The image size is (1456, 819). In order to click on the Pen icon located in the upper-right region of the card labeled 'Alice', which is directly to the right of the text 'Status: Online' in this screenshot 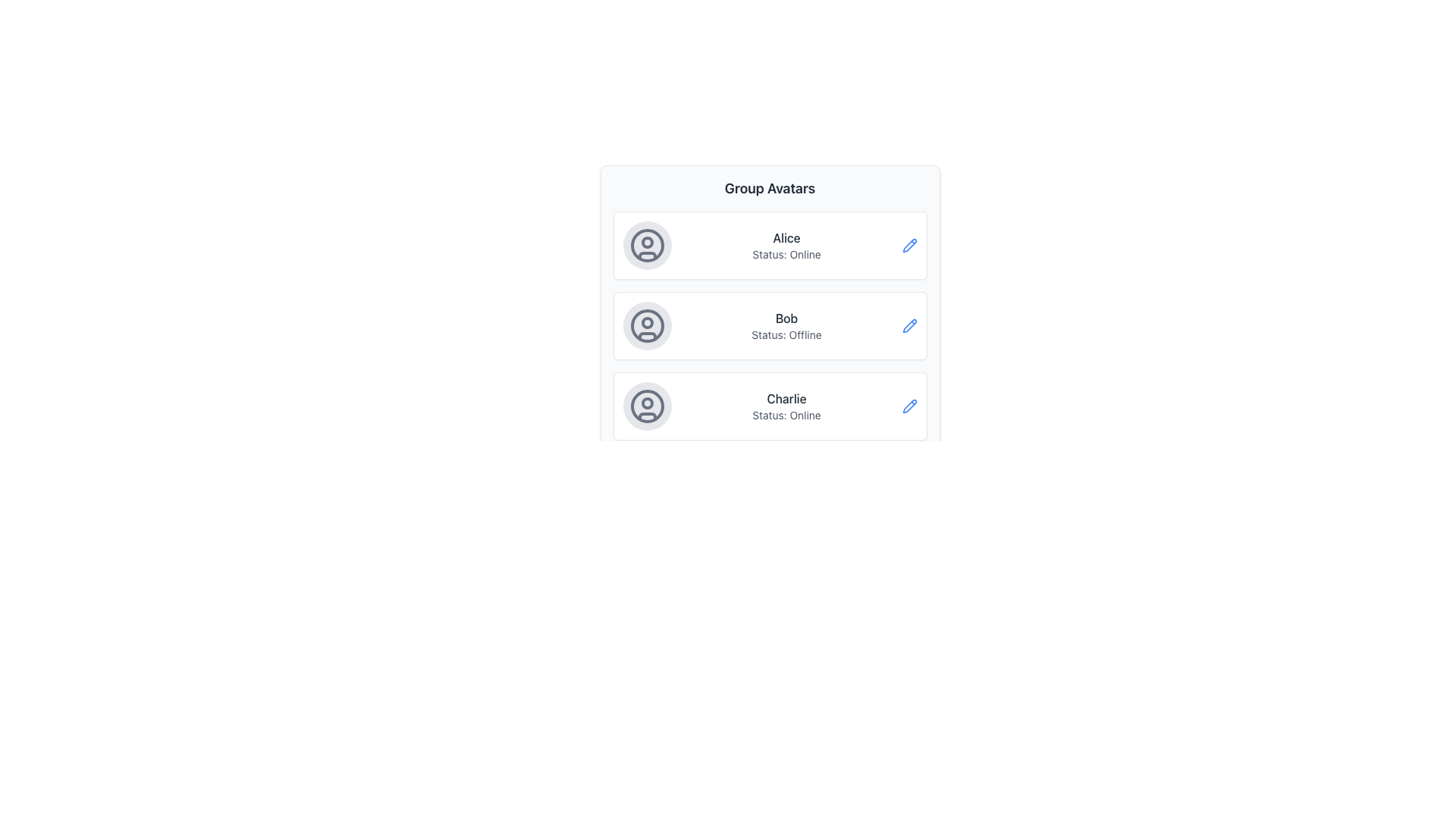, I will do `click(909, 245)`.